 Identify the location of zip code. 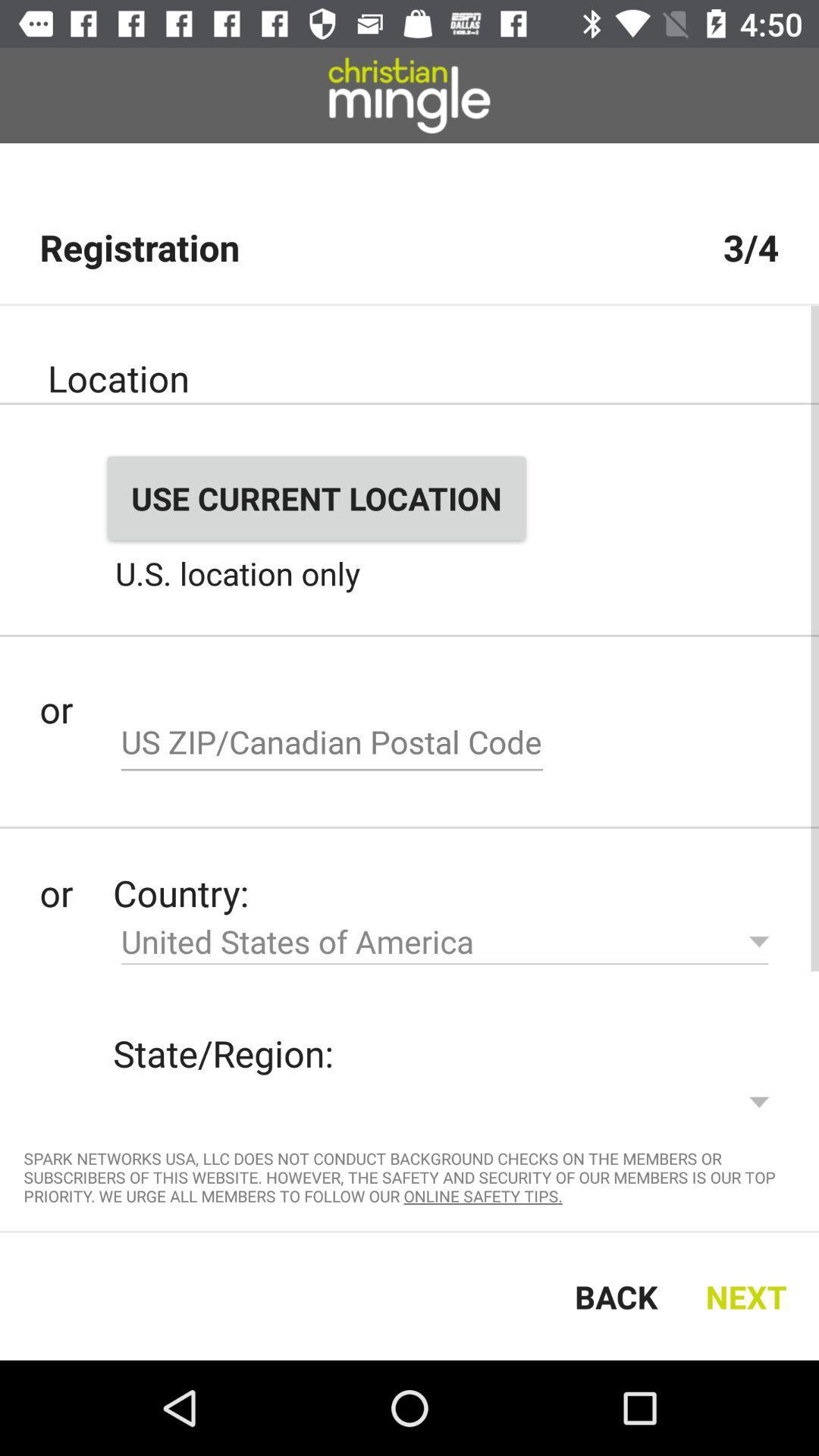
(331, 744).